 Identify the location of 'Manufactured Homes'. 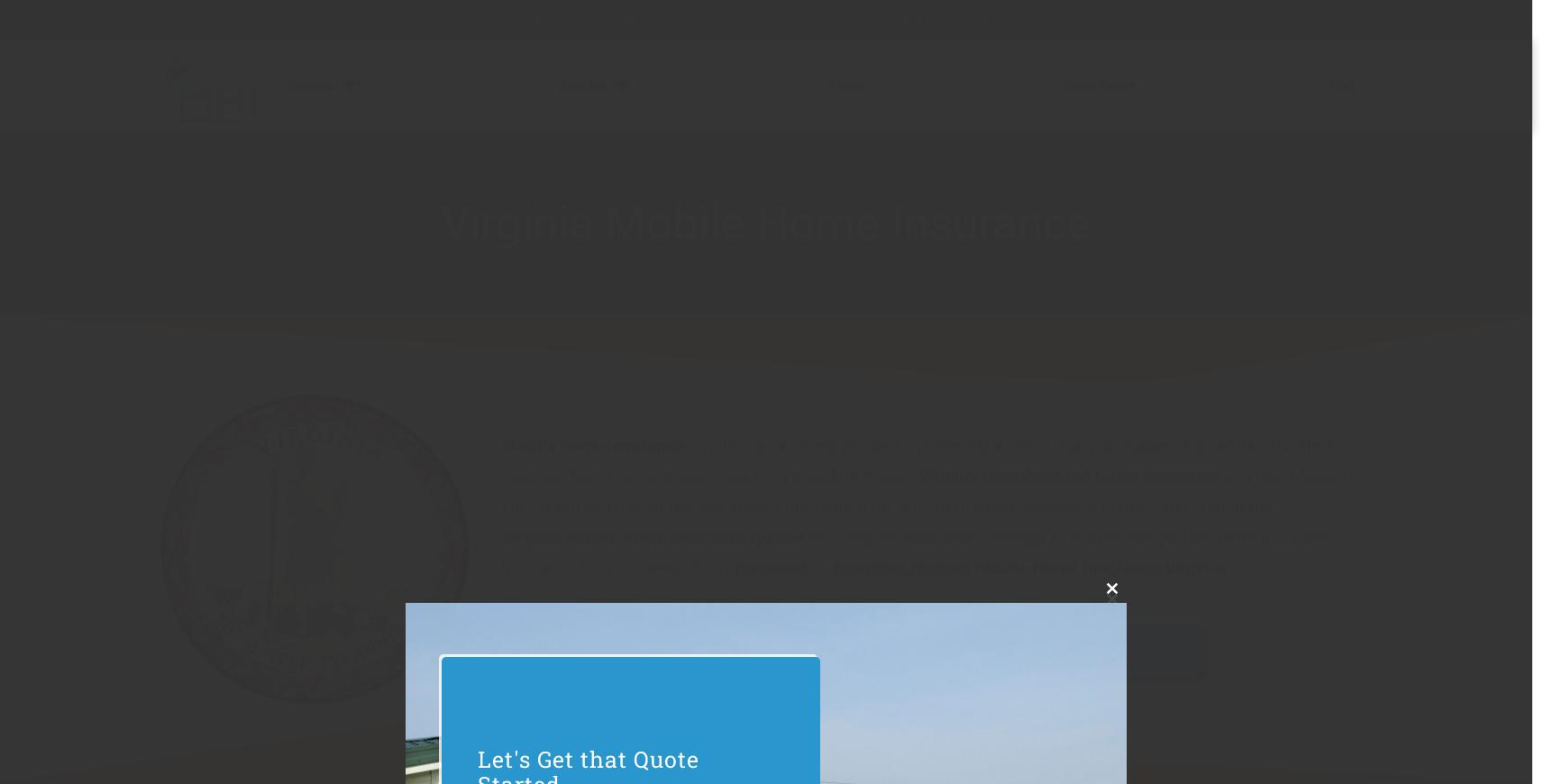
(671, 153).